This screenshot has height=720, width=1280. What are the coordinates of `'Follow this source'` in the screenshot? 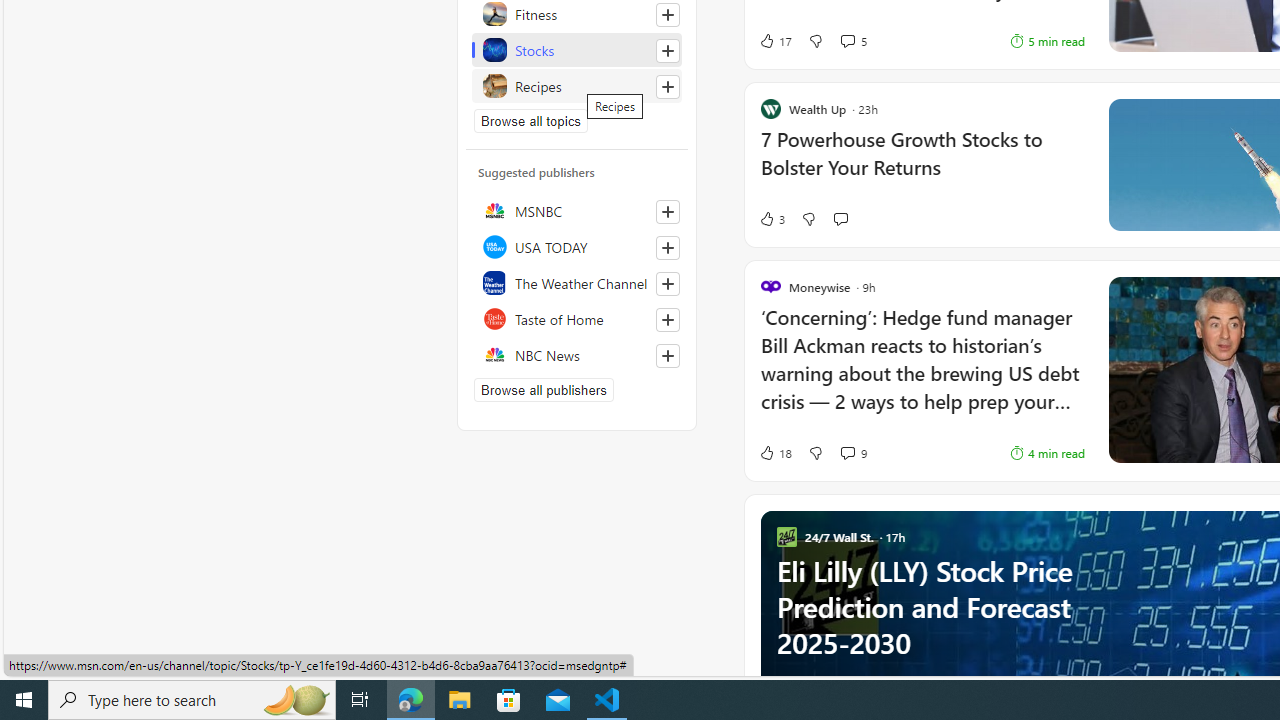 It's located at (668, 355).